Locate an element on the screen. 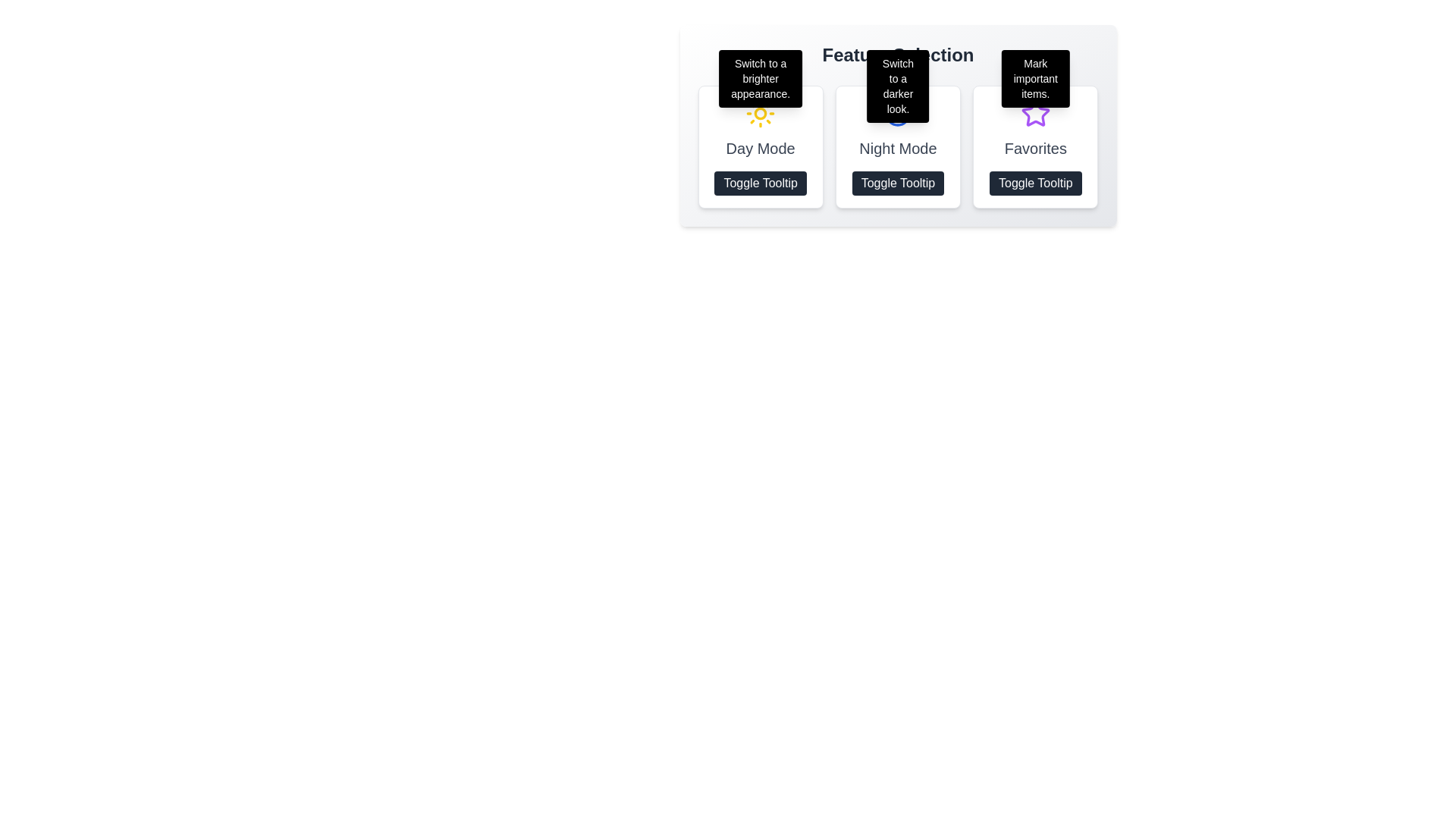 This screenshot has width=1456, height=819. the button located in the 'Day Mode' section below the 'Day Mode' text and sun icon for keyboard navigation is located at coordinates (761, 183).